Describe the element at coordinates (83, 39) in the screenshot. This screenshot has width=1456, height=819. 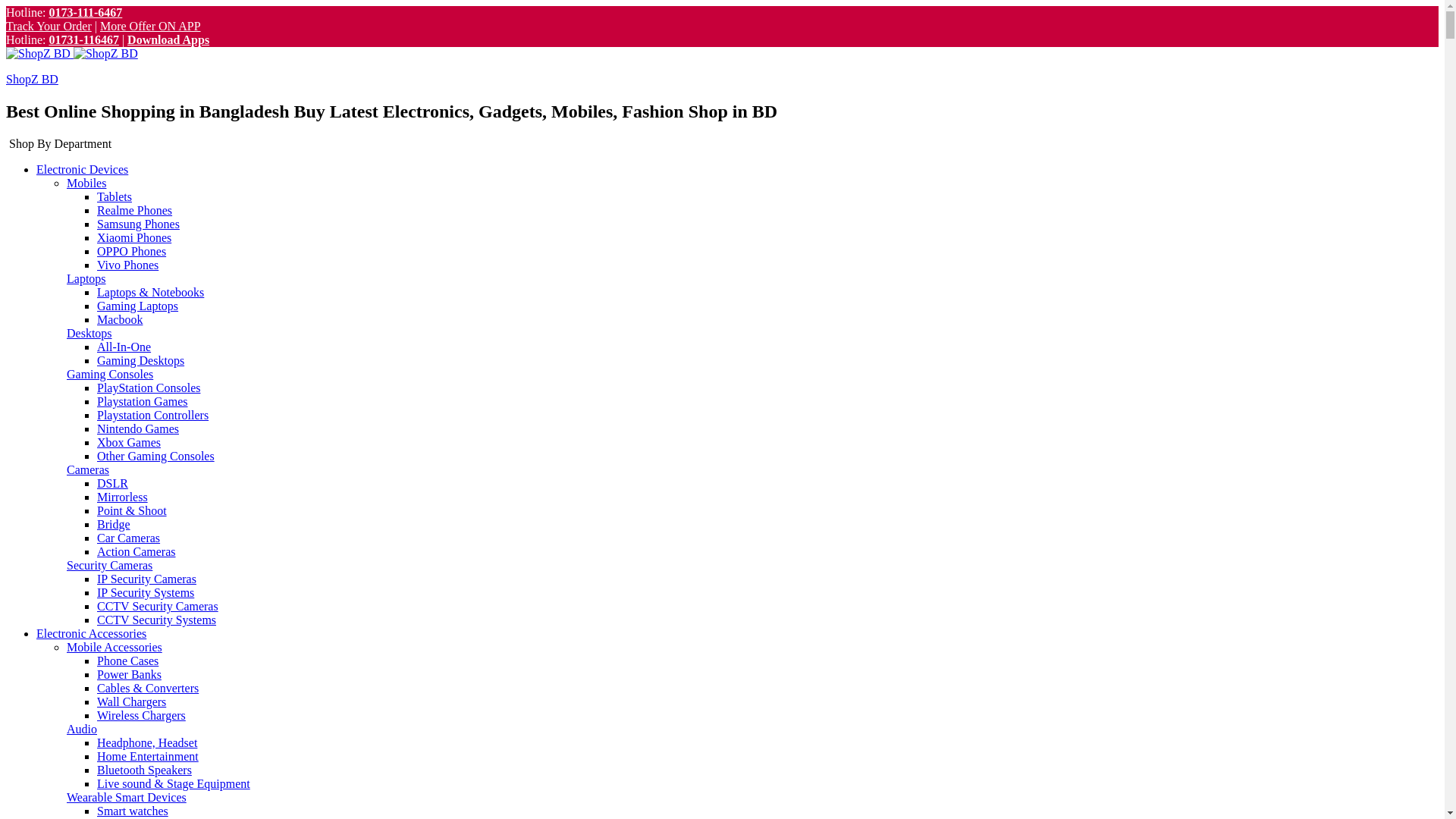
I see `'01731-116467'` at that location.